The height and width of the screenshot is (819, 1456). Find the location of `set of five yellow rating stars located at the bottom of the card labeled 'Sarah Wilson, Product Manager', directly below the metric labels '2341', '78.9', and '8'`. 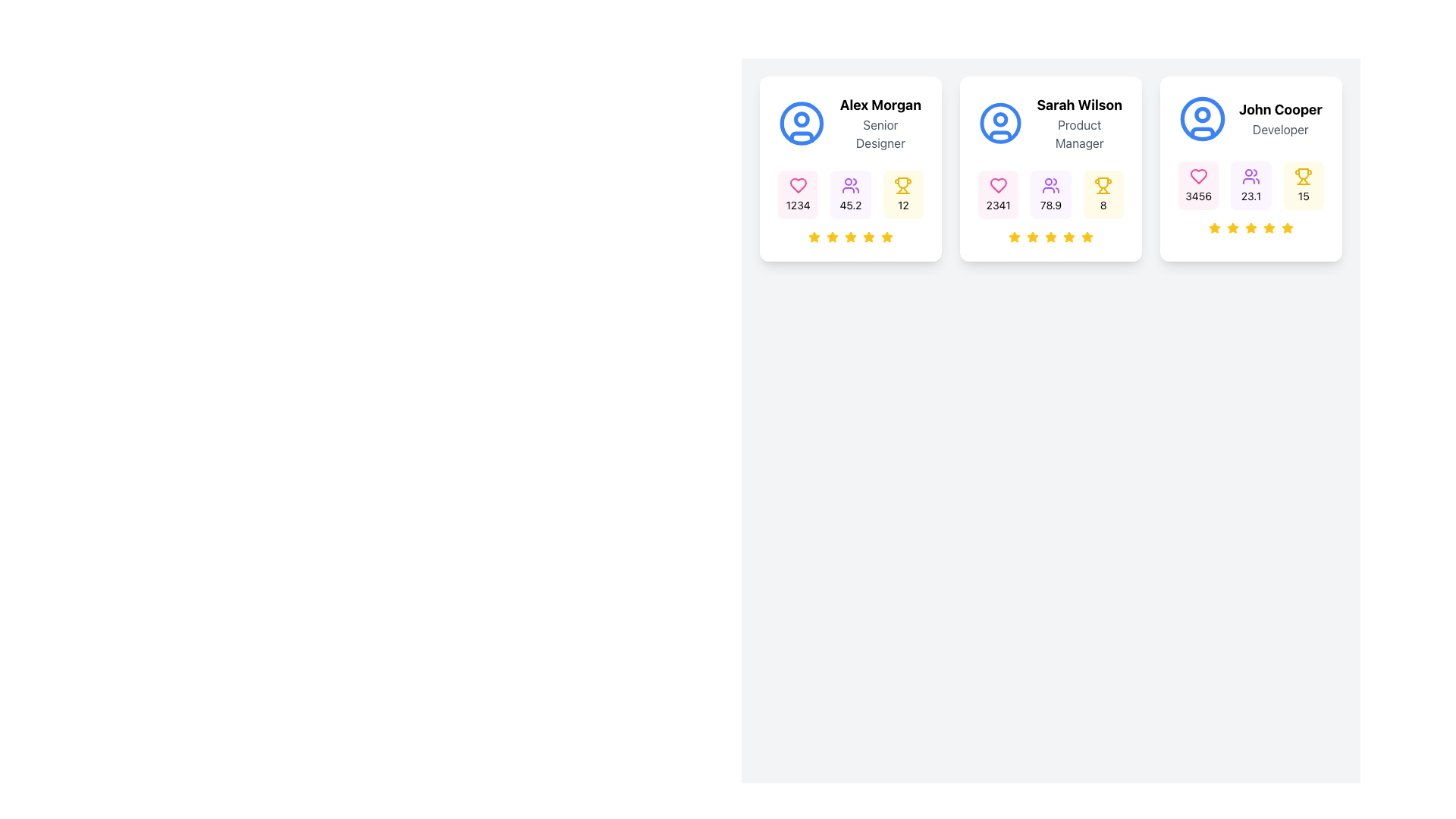

set of five yellow rating stars located at the bottom of the card labeled 'Sarah Wilson, Product Manager', directly below the metric labels '2341', '78.9', and '8' is located at coordinates (1050, 237).